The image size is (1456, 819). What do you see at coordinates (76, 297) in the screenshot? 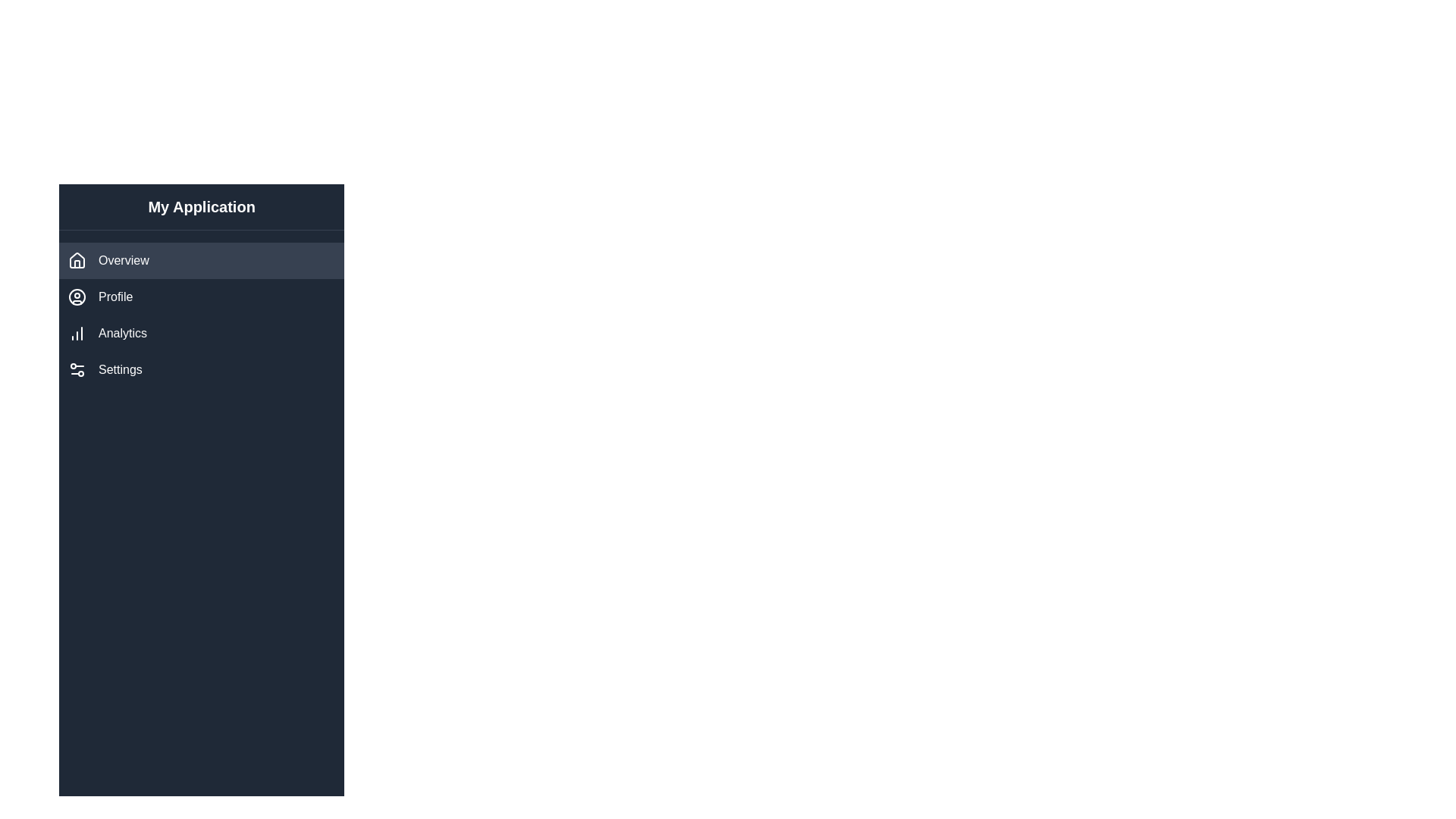
I see `the user profile icon located in the 'Profile' entry of the navigation menu` at bounding box center [76, 297].